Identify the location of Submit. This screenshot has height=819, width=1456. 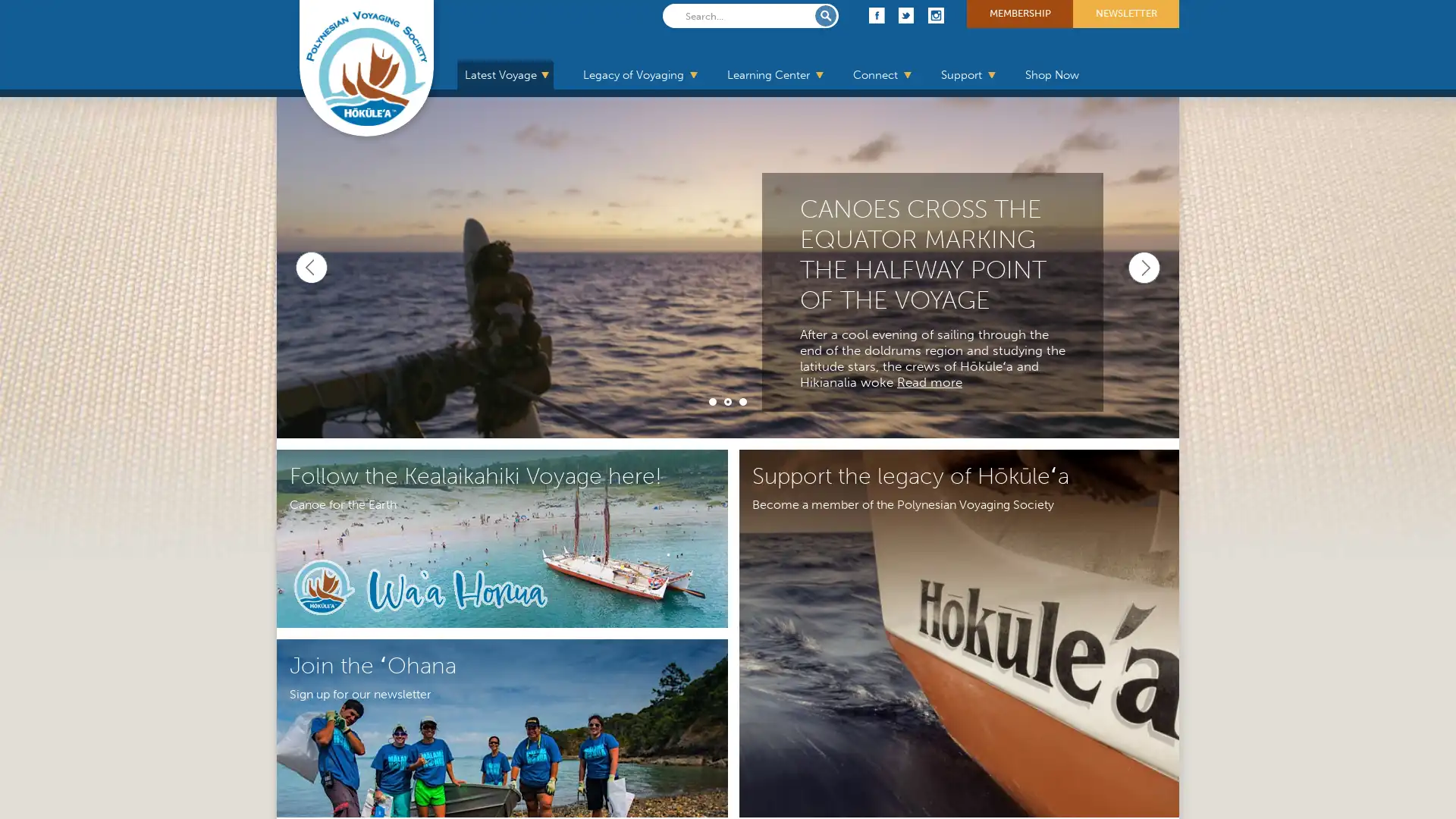
(825, 15).